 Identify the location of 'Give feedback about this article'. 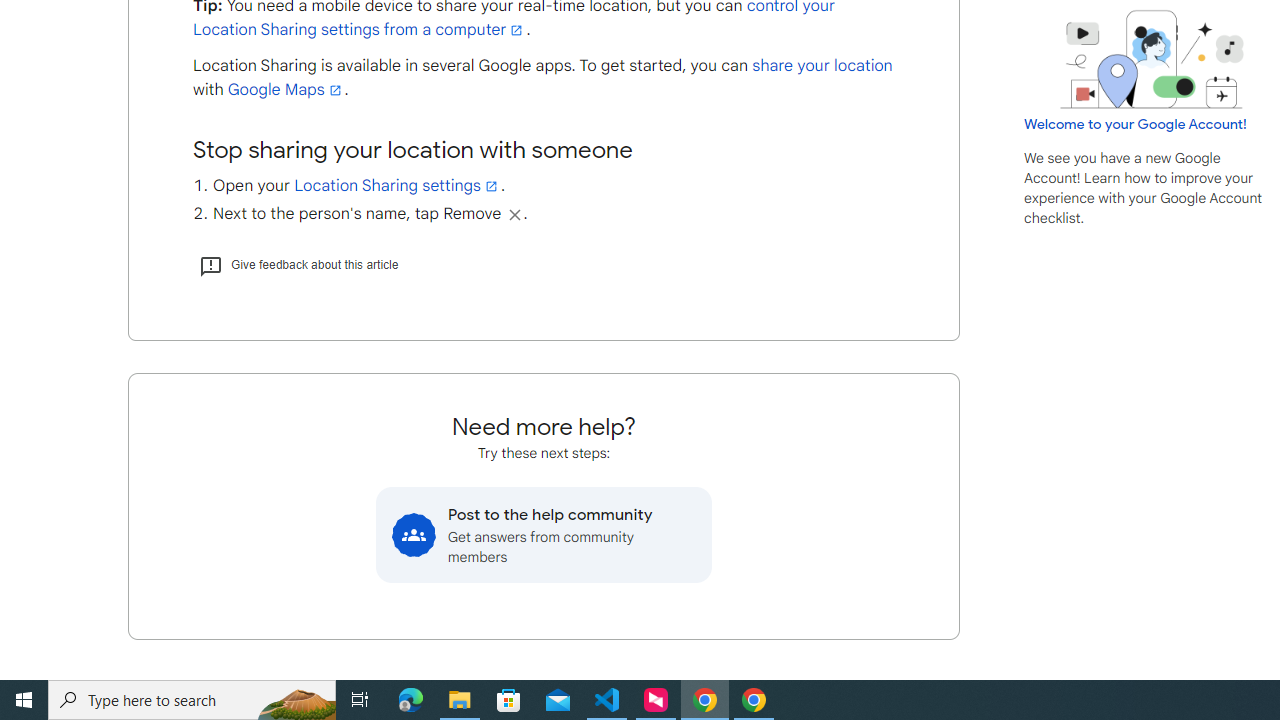
(297, 263).